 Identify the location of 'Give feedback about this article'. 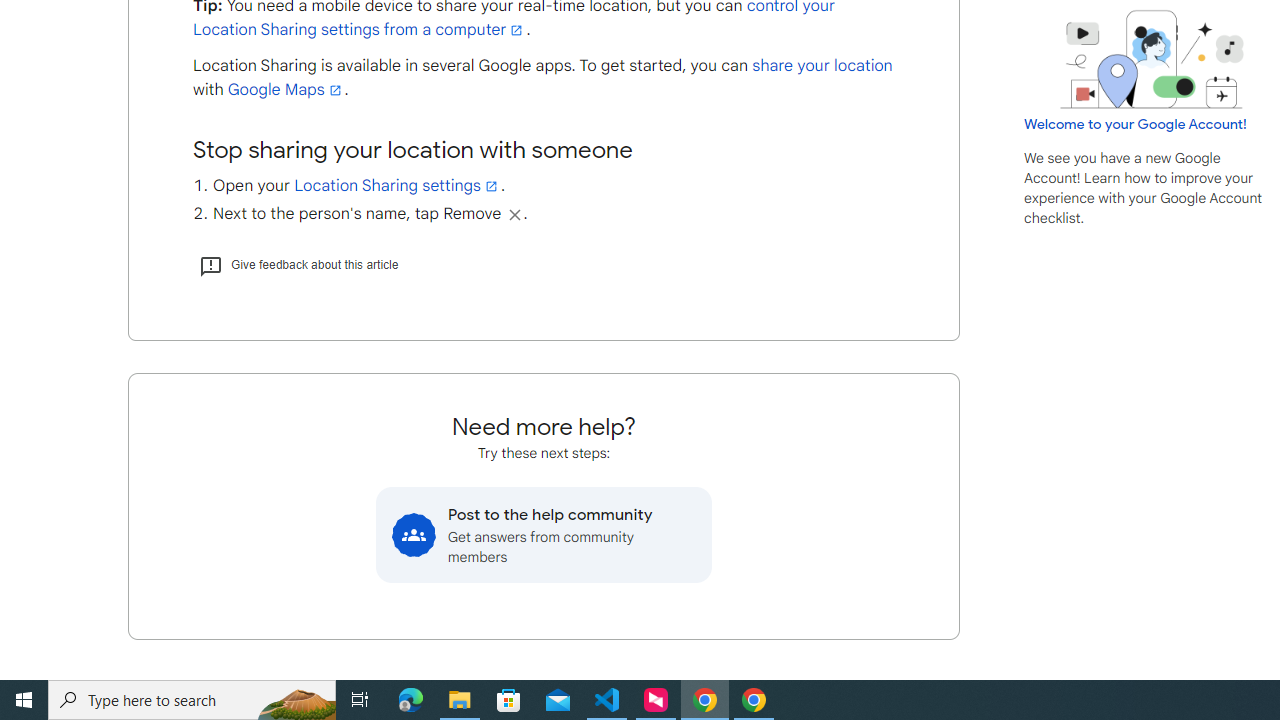
(297, 263).